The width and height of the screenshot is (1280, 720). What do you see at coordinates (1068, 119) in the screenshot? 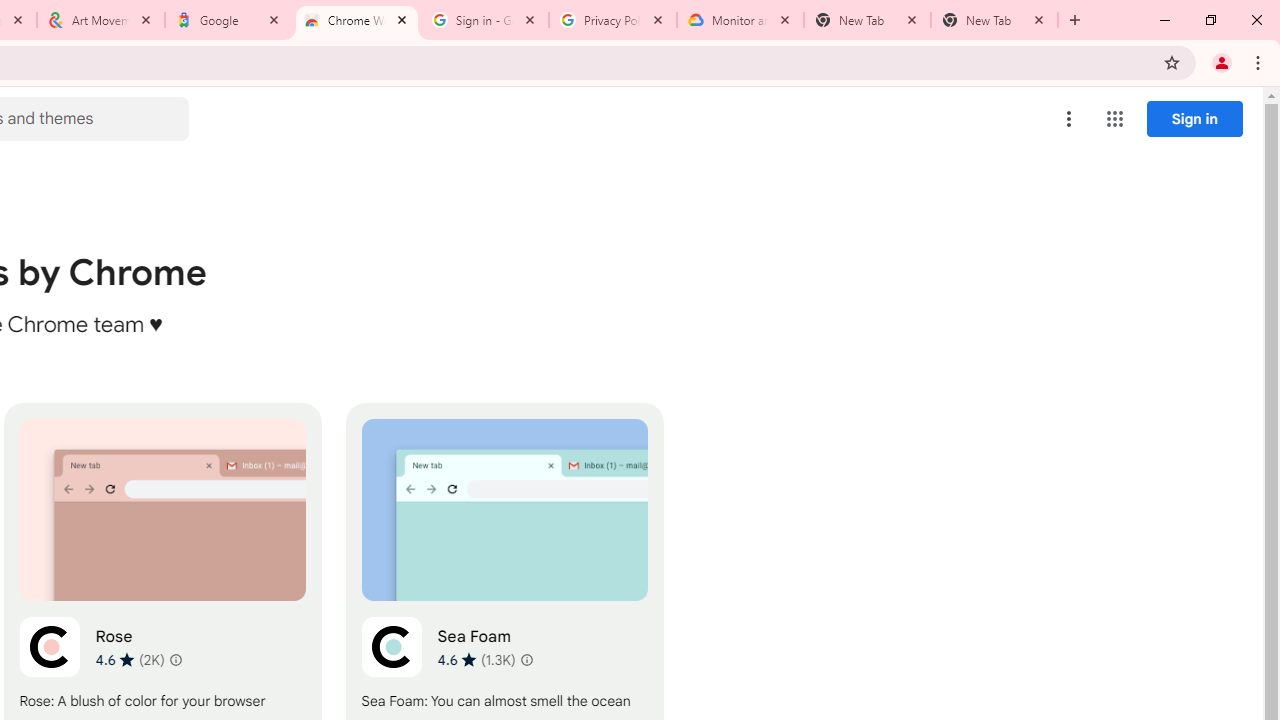
I see `'More options menu'` at bounding box center [1068, 119].